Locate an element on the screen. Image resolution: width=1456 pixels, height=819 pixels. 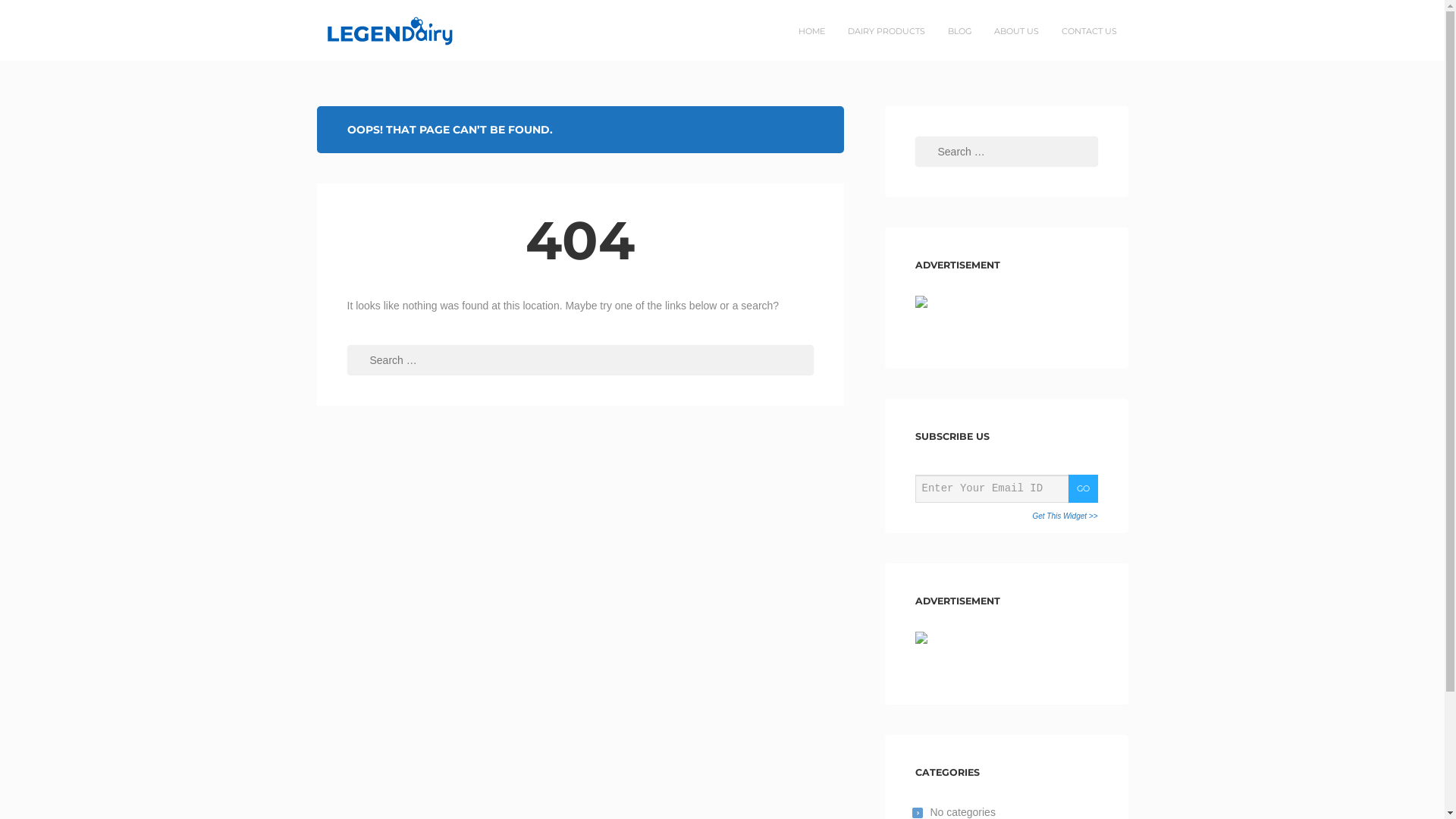
'Get This Widget >>' is located at coordinates (1063, 516).